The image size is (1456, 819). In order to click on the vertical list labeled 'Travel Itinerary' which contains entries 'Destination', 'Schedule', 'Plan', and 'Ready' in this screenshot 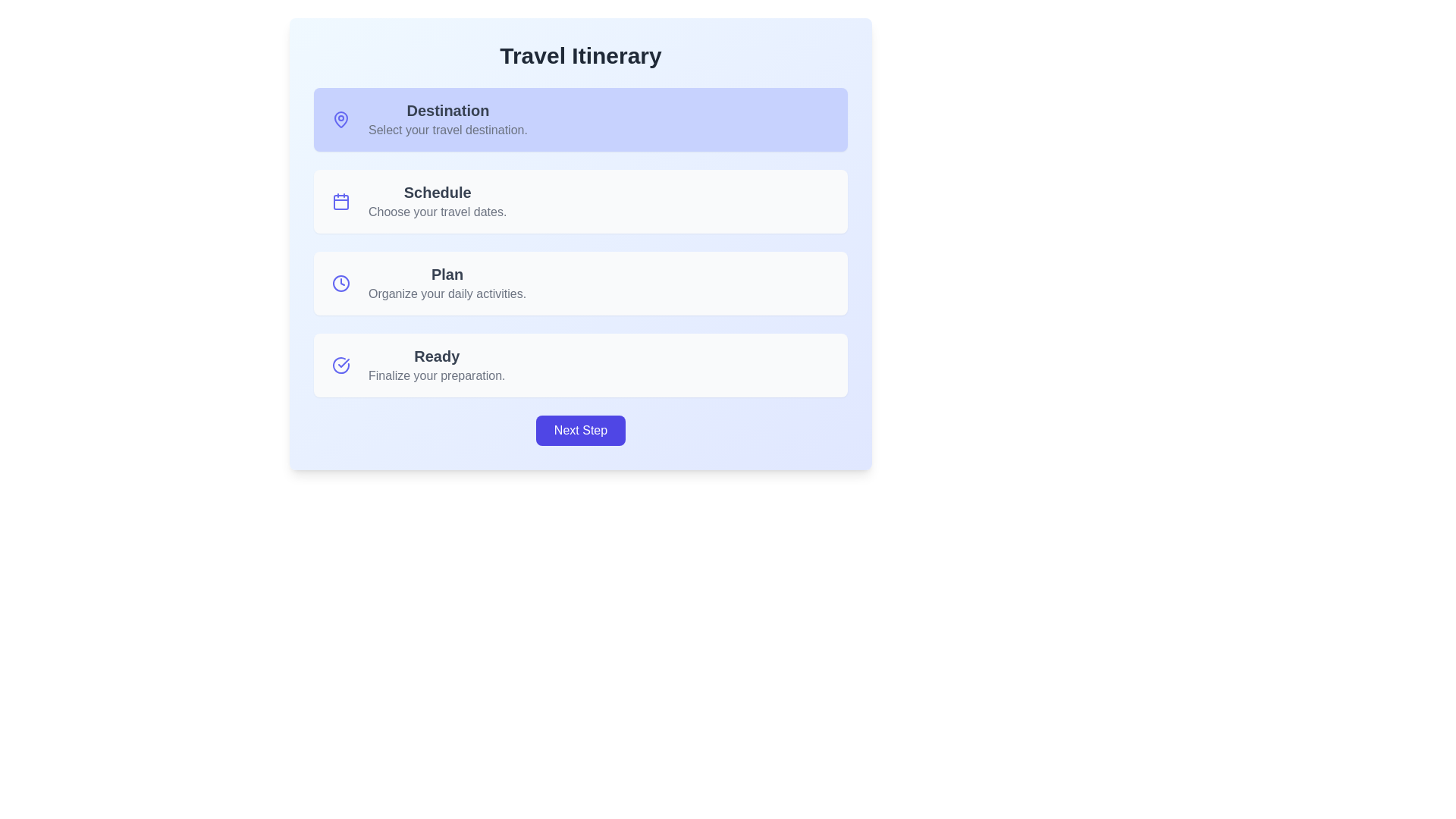, I will do `click(580, 242)`.